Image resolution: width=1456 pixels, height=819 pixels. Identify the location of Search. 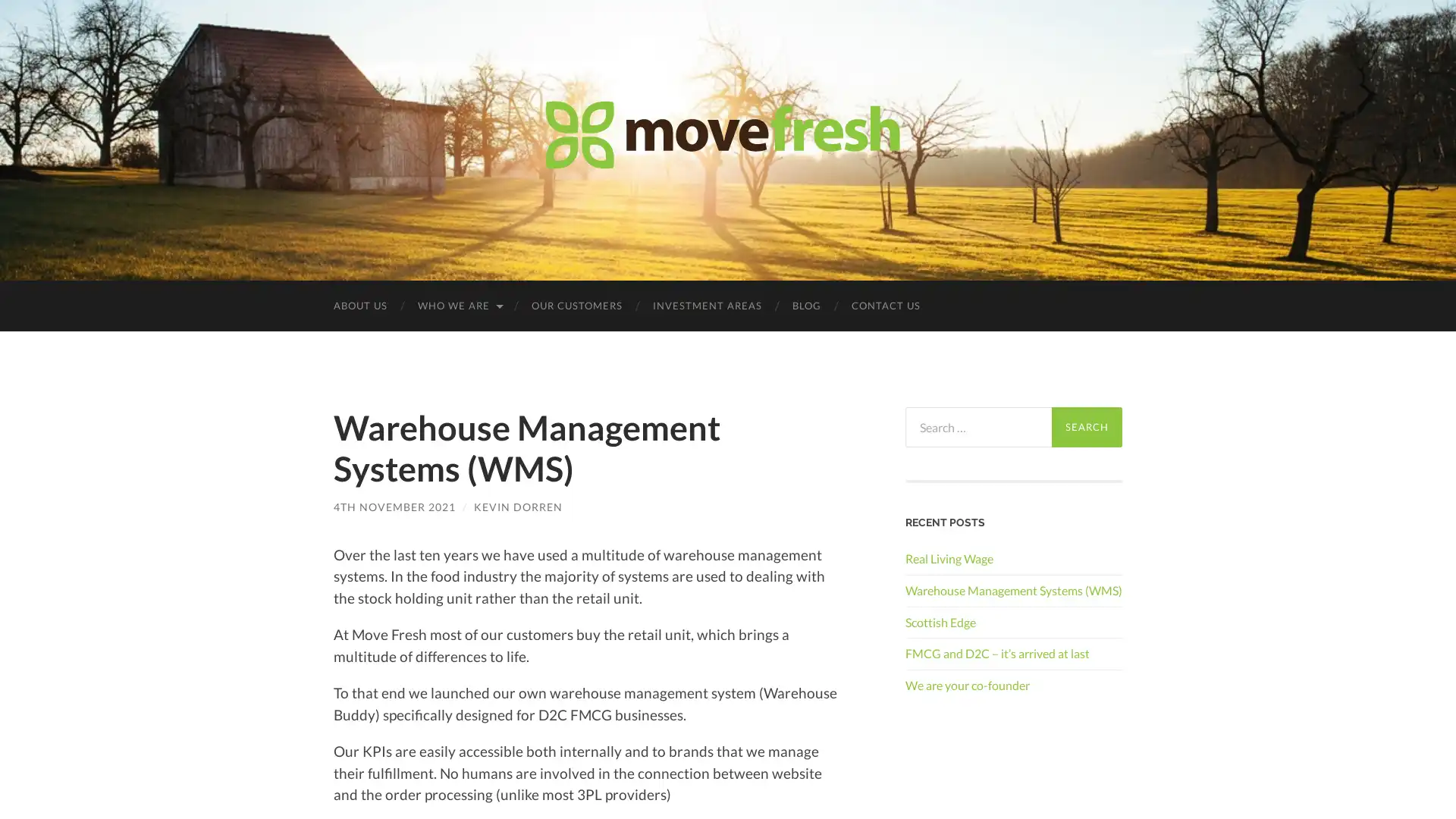
(1086, 427).